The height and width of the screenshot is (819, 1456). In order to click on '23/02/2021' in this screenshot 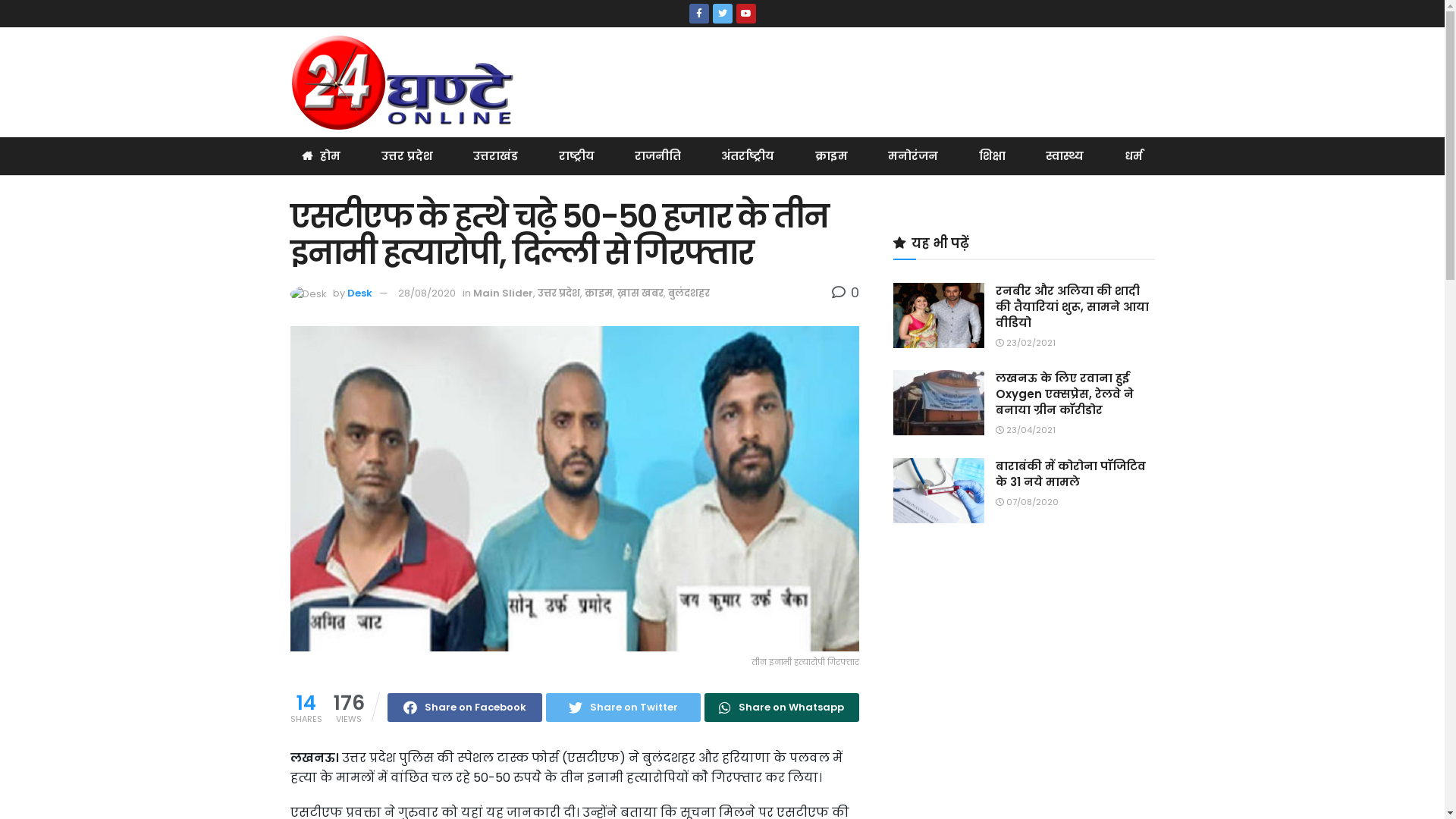, I will do `click(1025, 342)`.